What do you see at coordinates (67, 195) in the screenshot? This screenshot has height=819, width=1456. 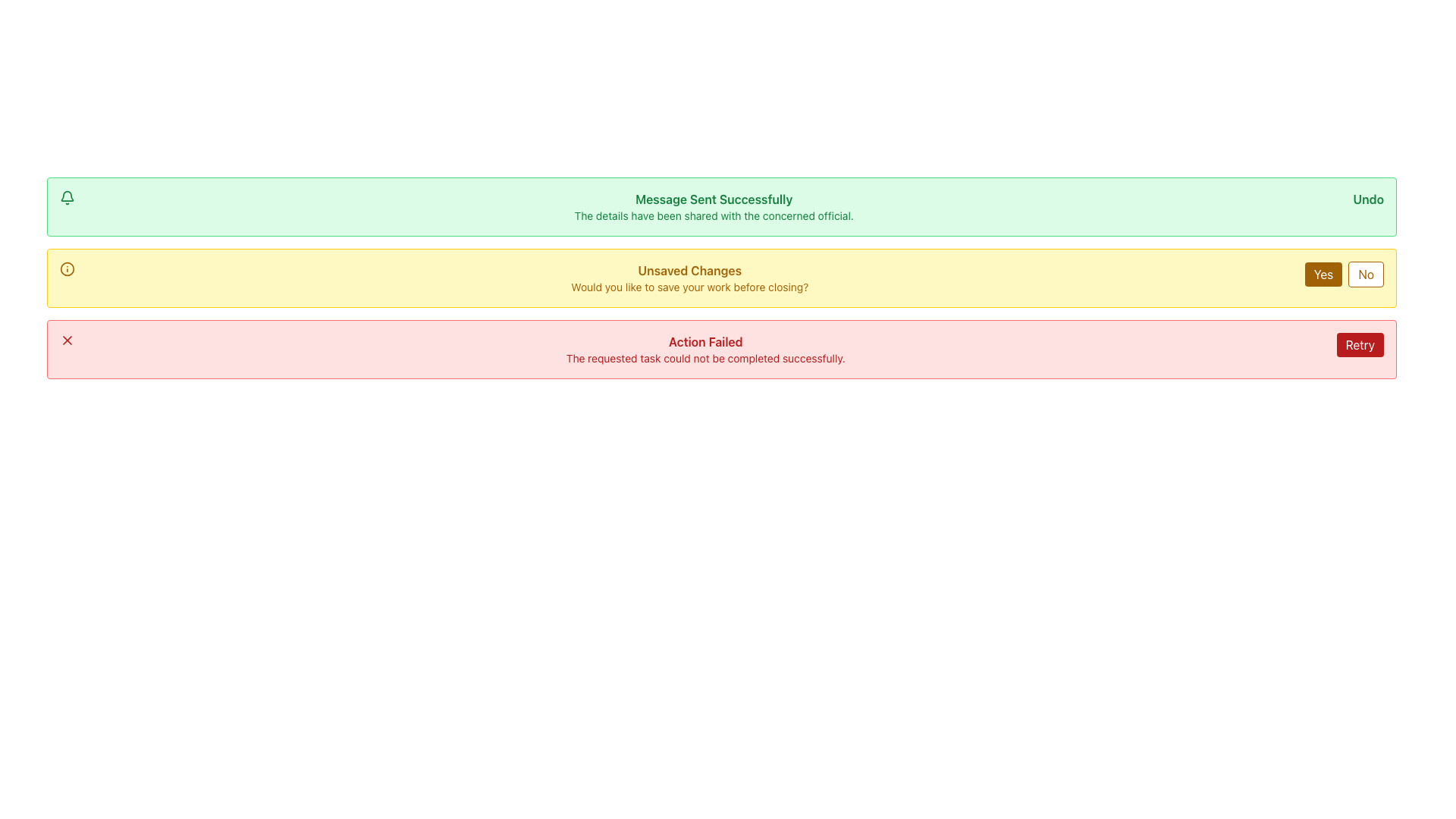 I see `the bell outline icon, which is styled in bold green and located in the top-left corner of the green notification banner` at bounding box center [67, 195].